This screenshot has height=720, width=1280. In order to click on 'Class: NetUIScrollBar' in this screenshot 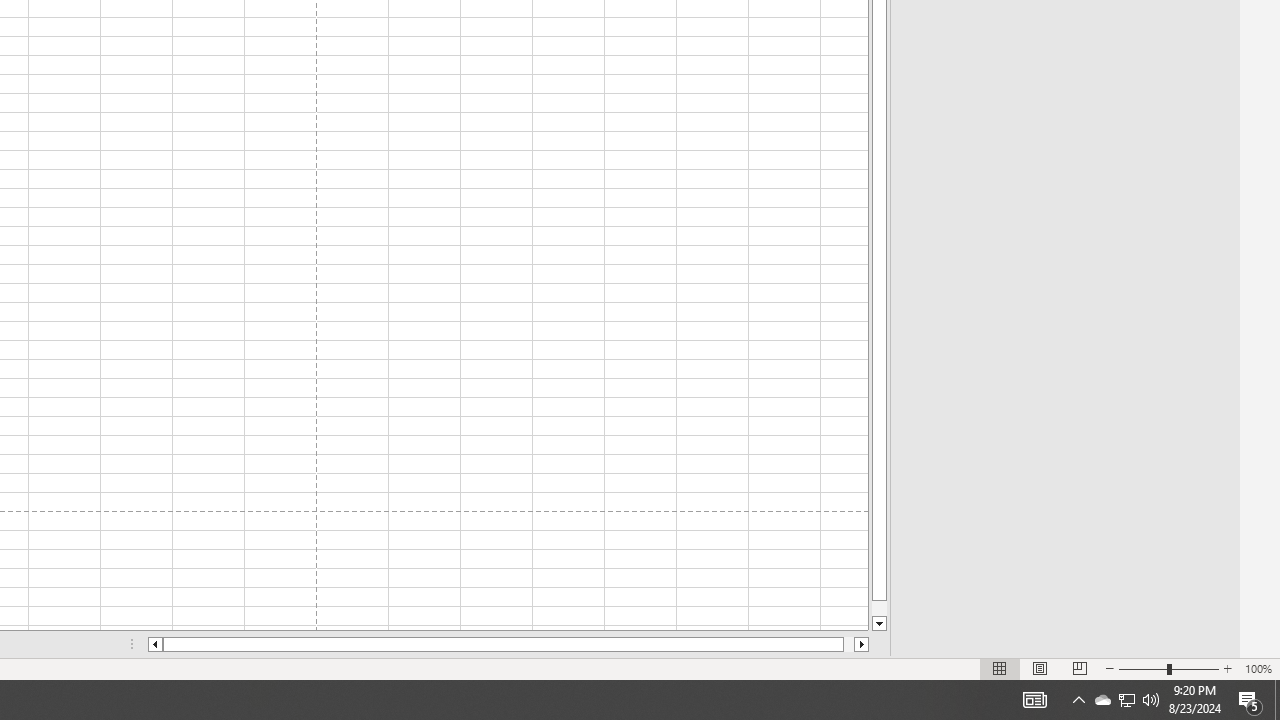, I will do `click(508, 644)`.